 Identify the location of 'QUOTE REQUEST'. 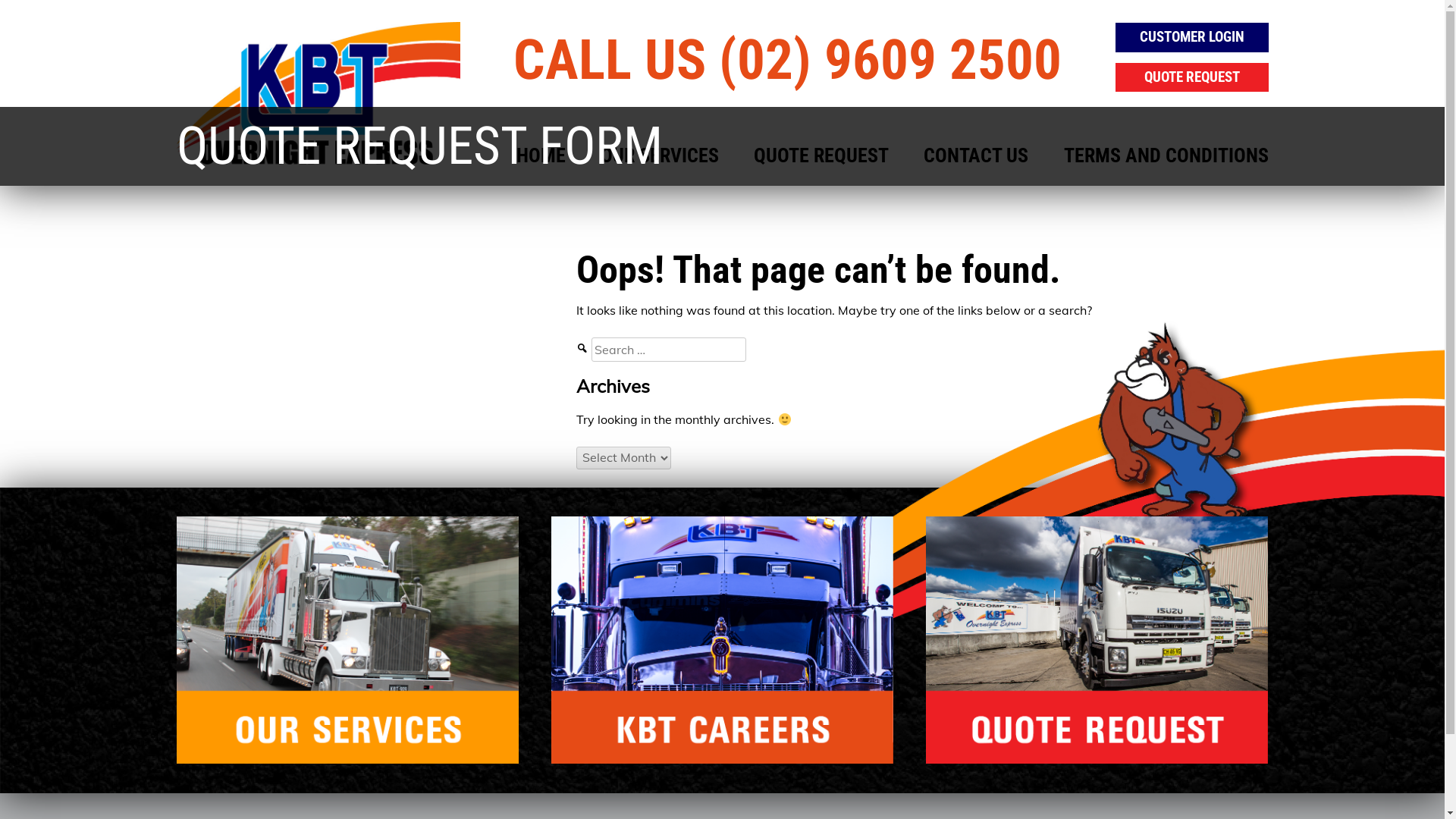
(753, 155).